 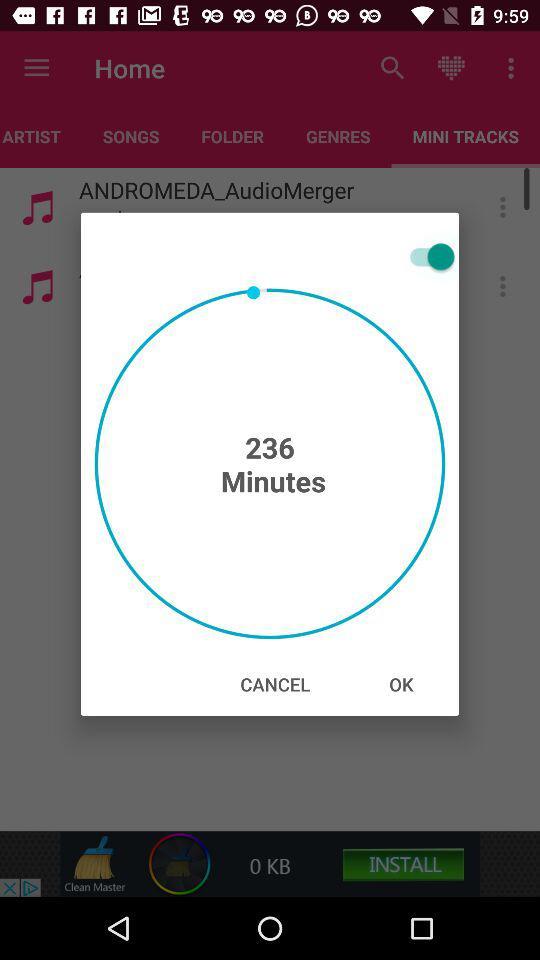 What do you see at coordinates (401, 684) in the screenshot?
I see `the icon at the bottom right corner` at bounding box center [401, 684].